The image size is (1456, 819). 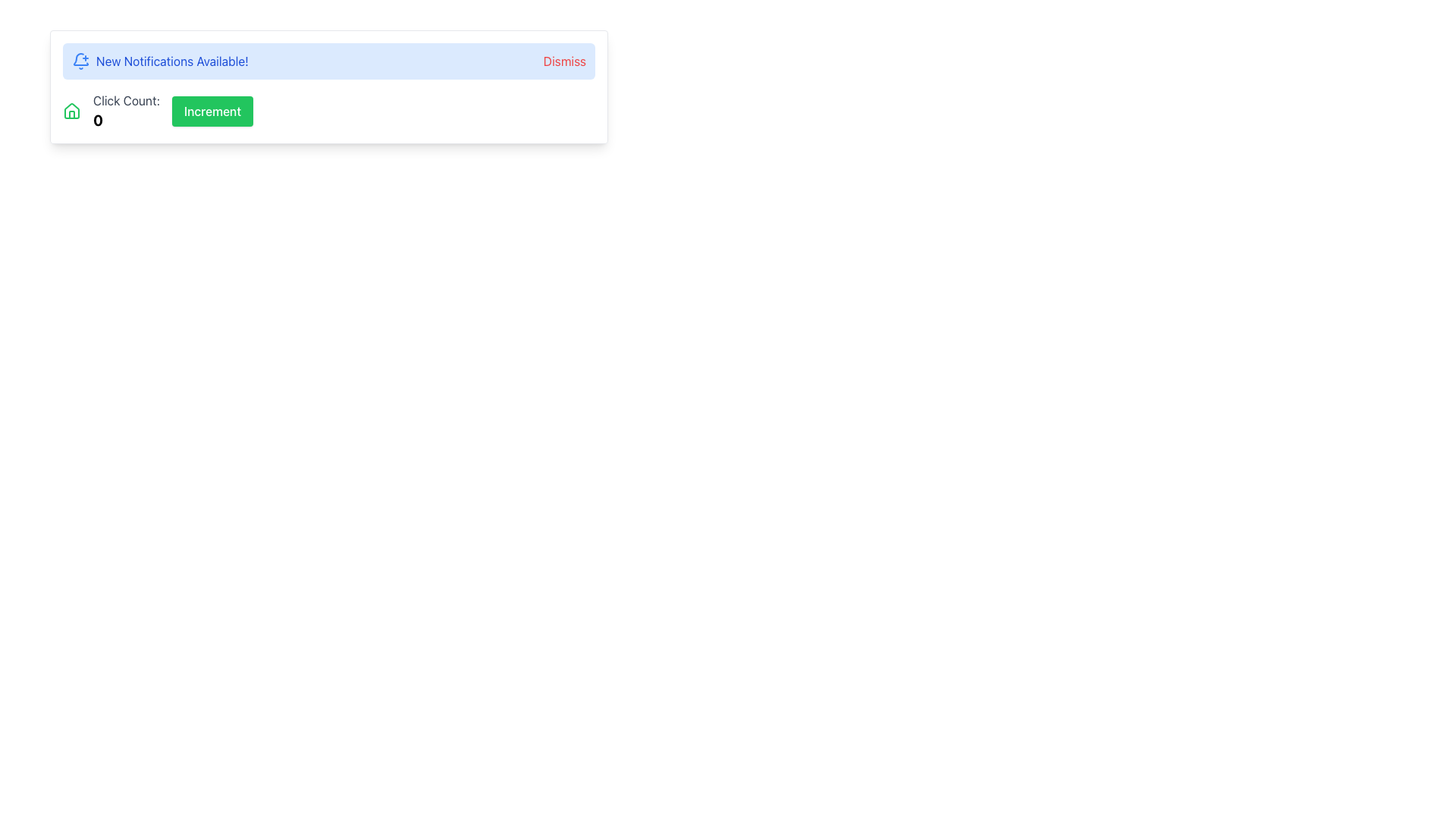 I want to click on the notification banner with a light blue background and a dismiss button that says 'New Notifications Available!', so click(x=328, y=61).